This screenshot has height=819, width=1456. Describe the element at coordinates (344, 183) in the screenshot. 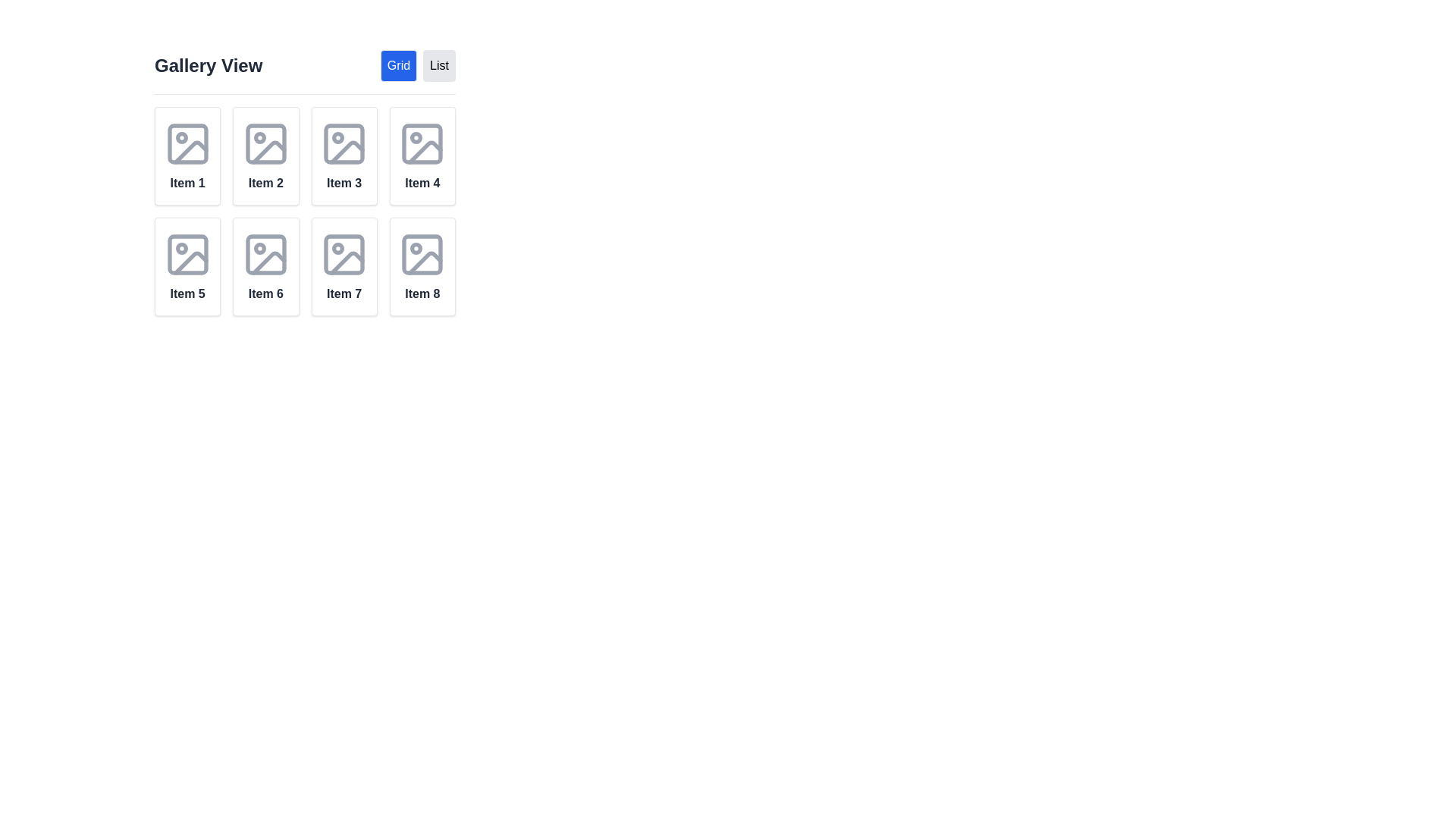

I see `text from the label located at the bottom of the third card in the grid layout` at that location.